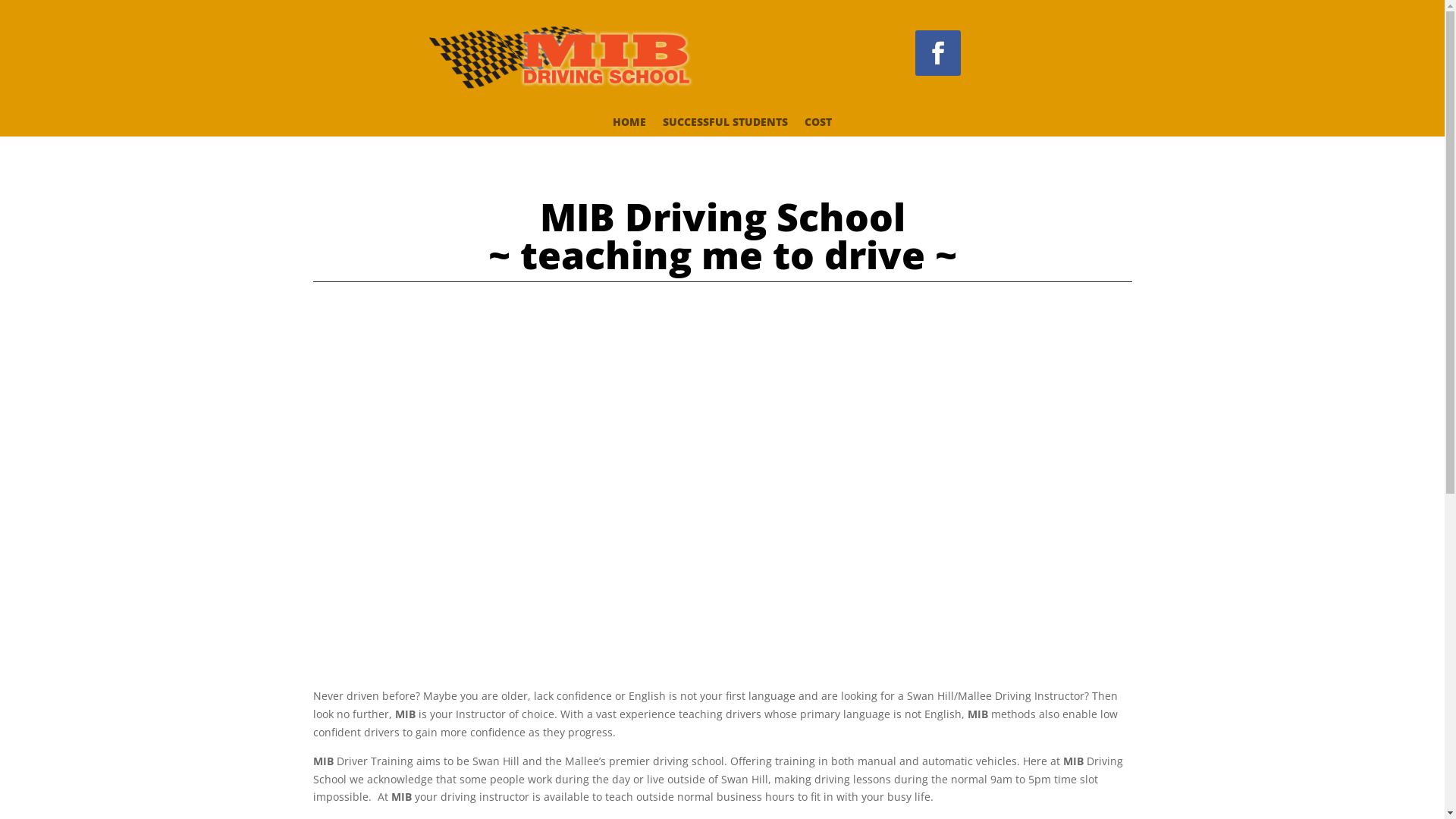 The width and height of the screenshot is (1456, 819). I want to click on 'Follow on Facebook', so click(937, 52).